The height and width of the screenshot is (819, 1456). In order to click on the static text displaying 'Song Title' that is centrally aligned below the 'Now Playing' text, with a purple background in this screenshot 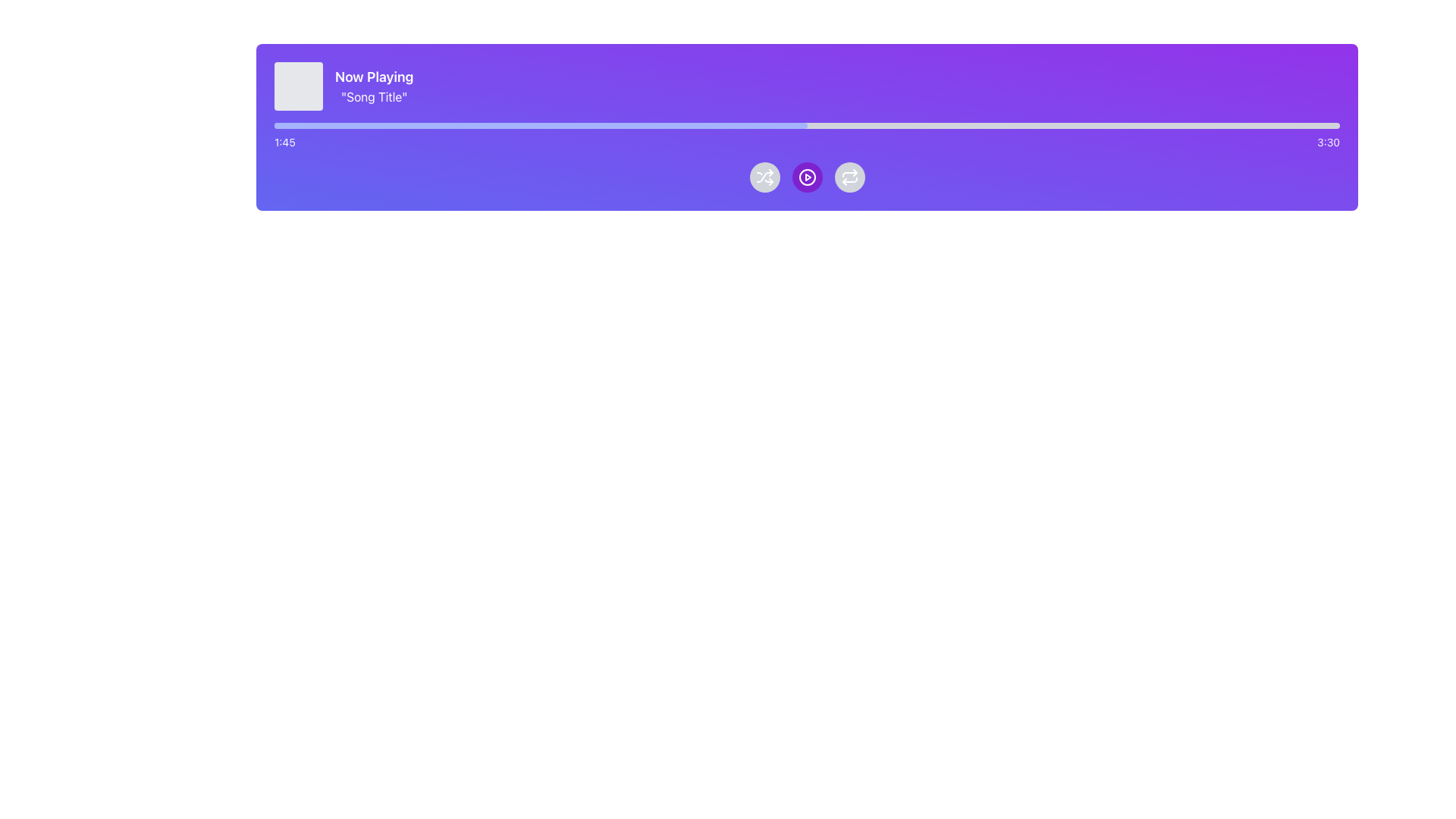, I will do `click(374, 96)`.